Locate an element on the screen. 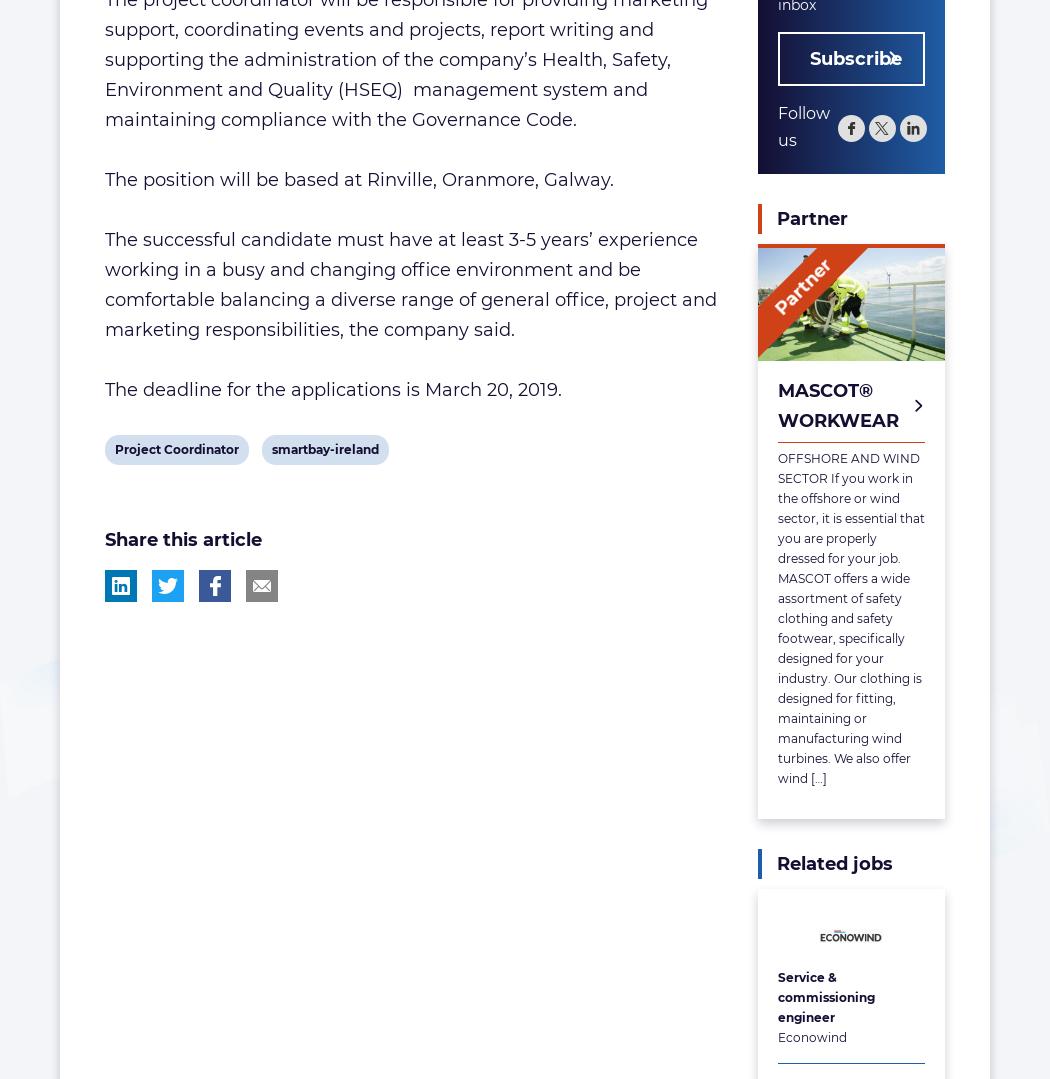 The height and width of the screenshot is (1079, 1050). 'OFFSHORE AND WIND SECTOR If you work in the offshore or wind sector, it is essential that you are properly dressed for your job. MASCOT offers a wide assortment of safety clothing and safety footwear, specifically designed for your industry. Our clothing is designed for fitting, maintaining or manufacturing wind turbines. We also offer wind […]' is located at coordinates (850, 617).